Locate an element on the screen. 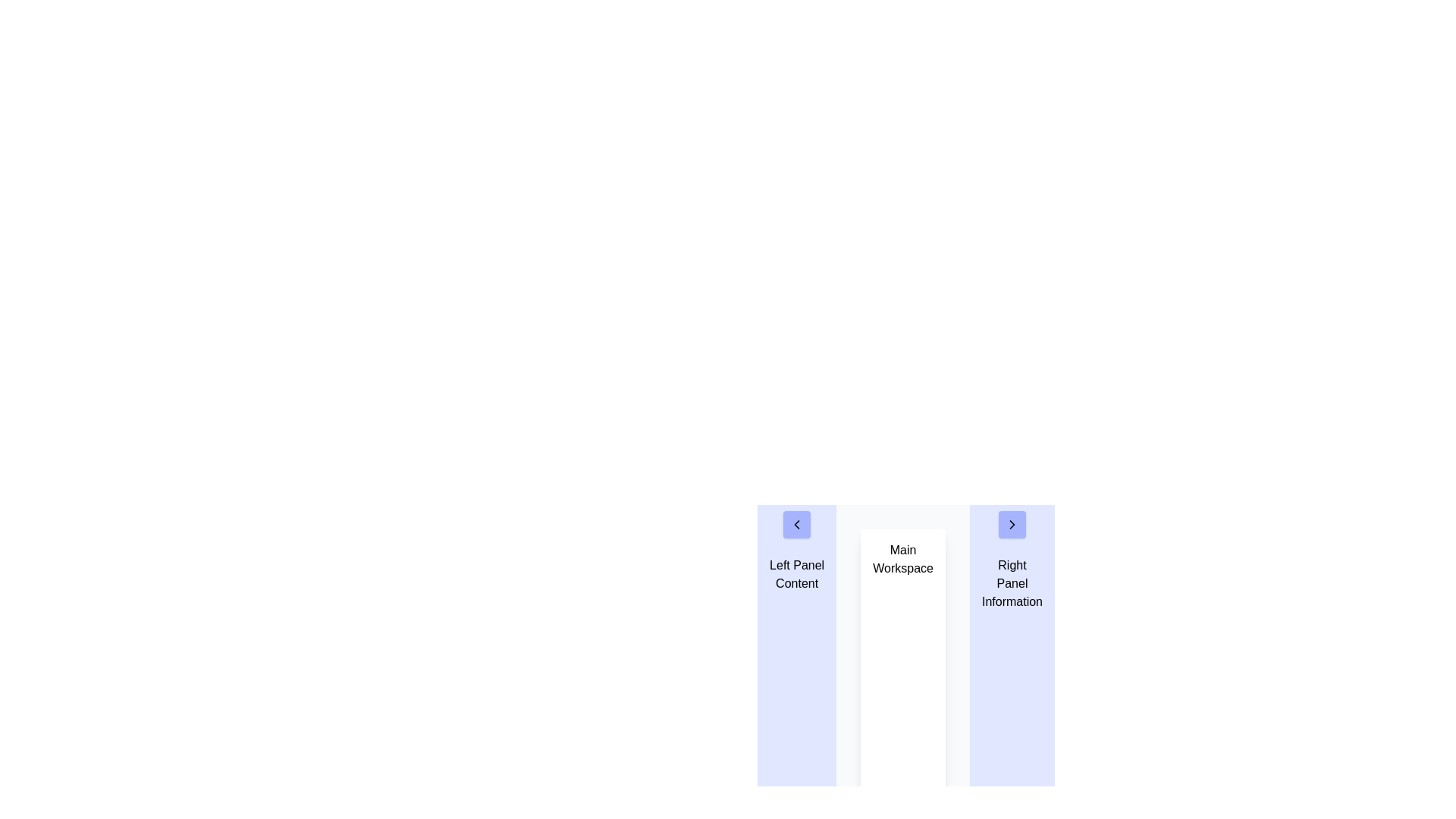 The image size is (1456, 819). the rounded rectangular button with a light indigo background and a right-pointing chevron icon located in the 'Right Panel Information' is located at coordinates (1012, 523).